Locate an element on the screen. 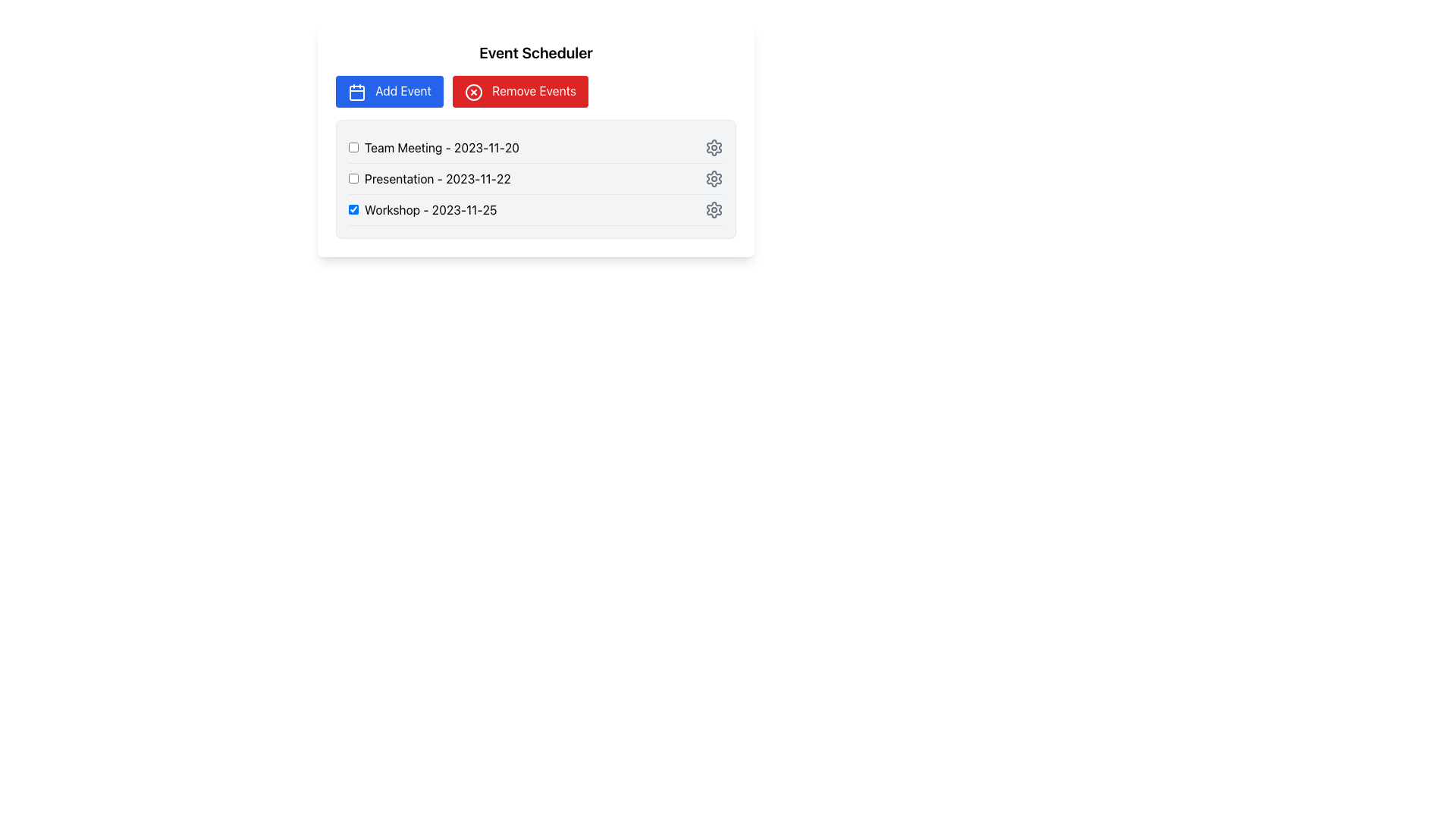 This screenshot has width=1456, height=819. the checkbox at the beginning of the 'Team Meeting - 2023-11-20' row in the Event Scheduler to mark it as selected is located at coordinates (353, 147).